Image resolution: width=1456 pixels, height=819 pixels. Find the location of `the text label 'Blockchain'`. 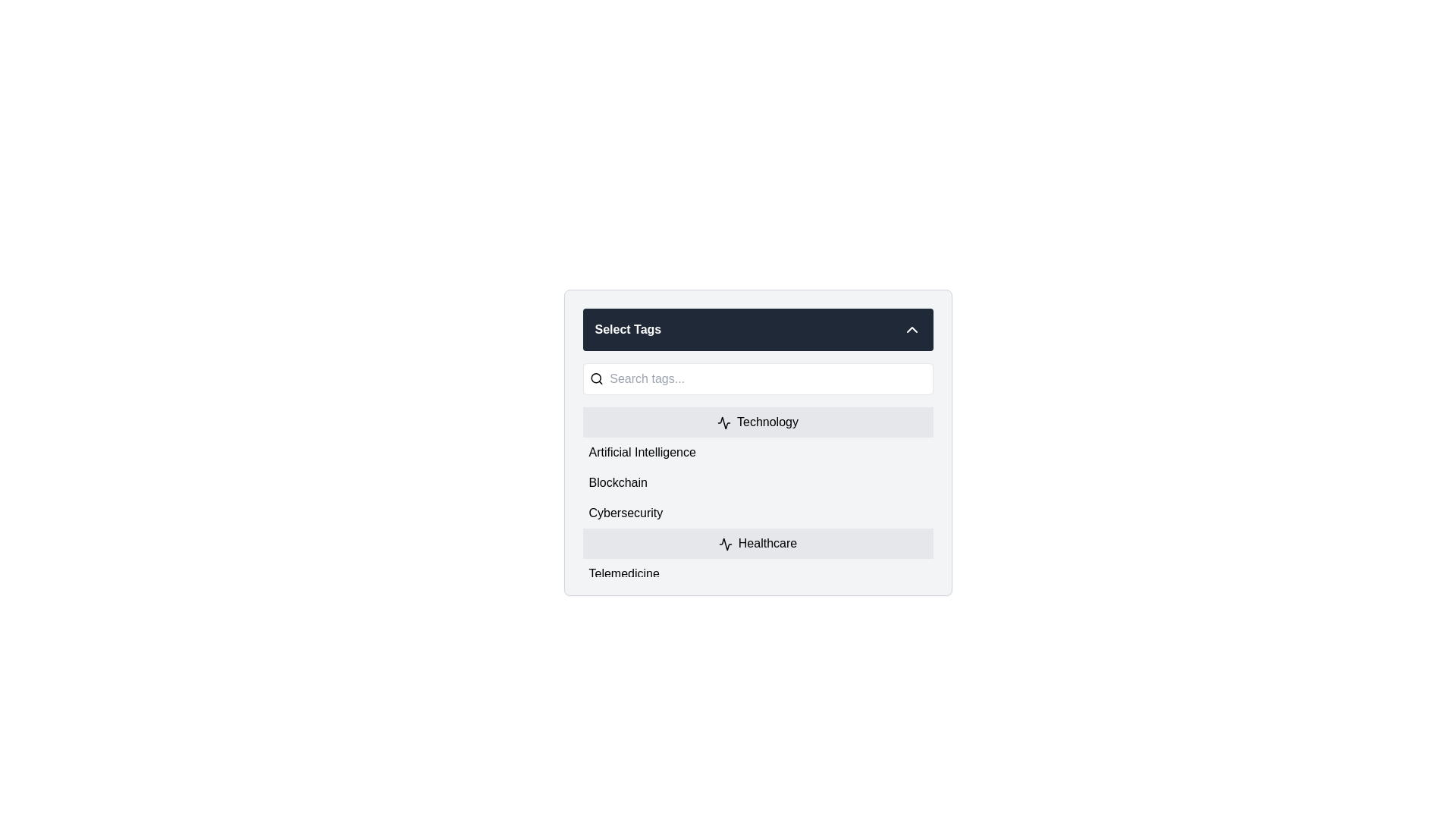

the text label 'Blockchain' is located at coordinates (618, 482).